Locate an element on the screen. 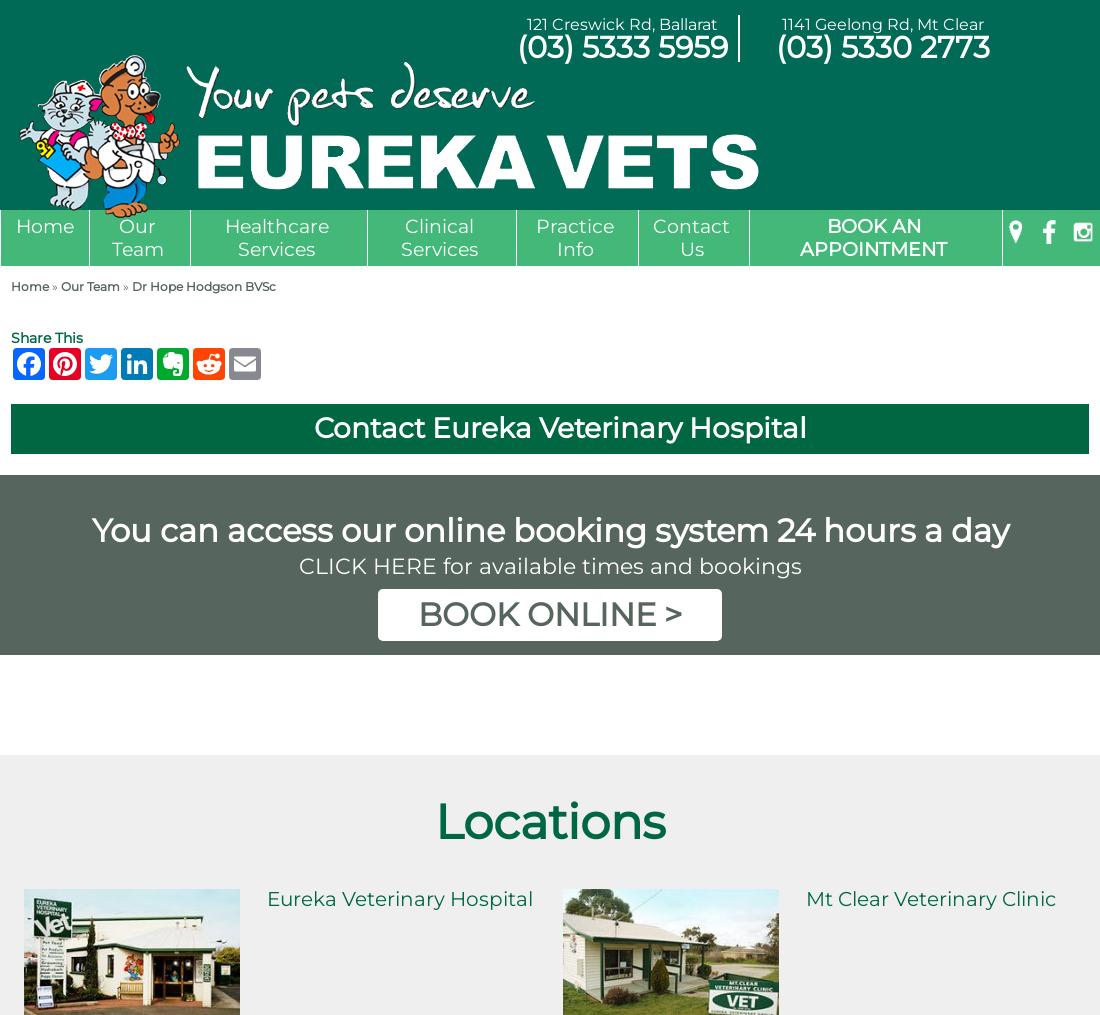 The image size is (1100, 1015). 'Flea and Tick Control' is located at coordinates (281, 473).